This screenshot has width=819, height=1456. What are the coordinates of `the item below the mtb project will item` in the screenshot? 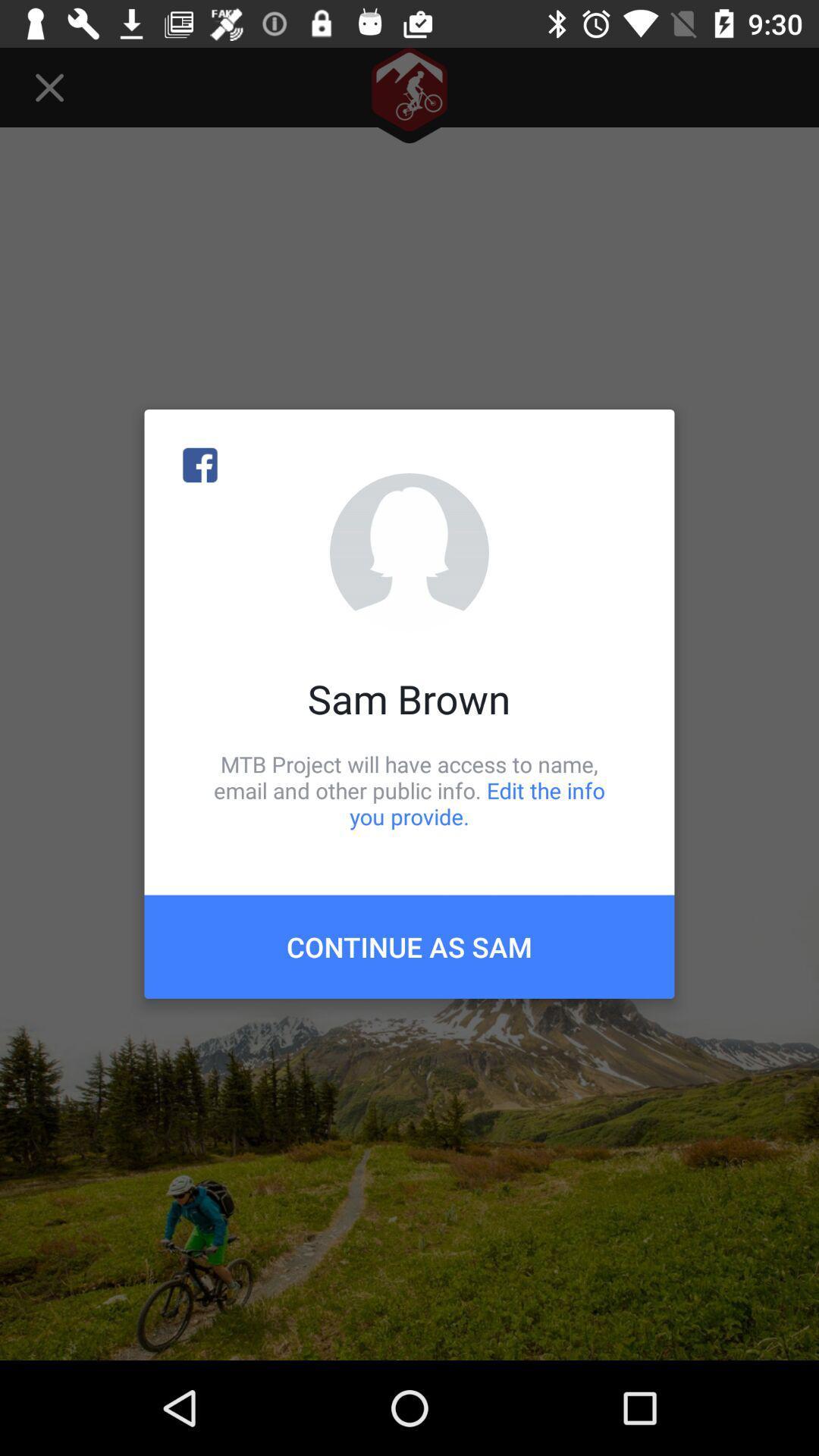 It's located at (409, 946).